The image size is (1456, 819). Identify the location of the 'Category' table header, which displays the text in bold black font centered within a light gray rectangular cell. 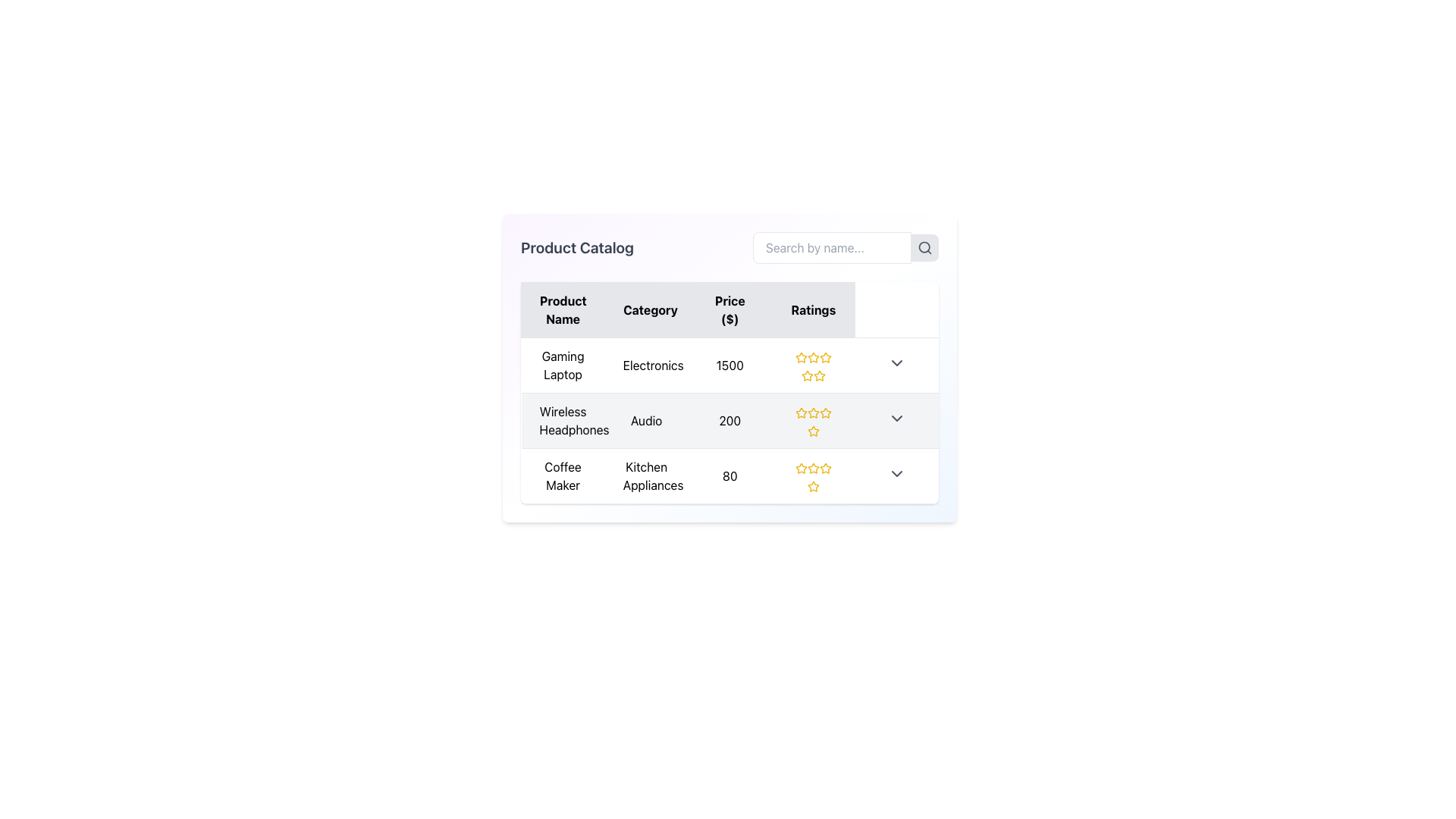
(646, 309).